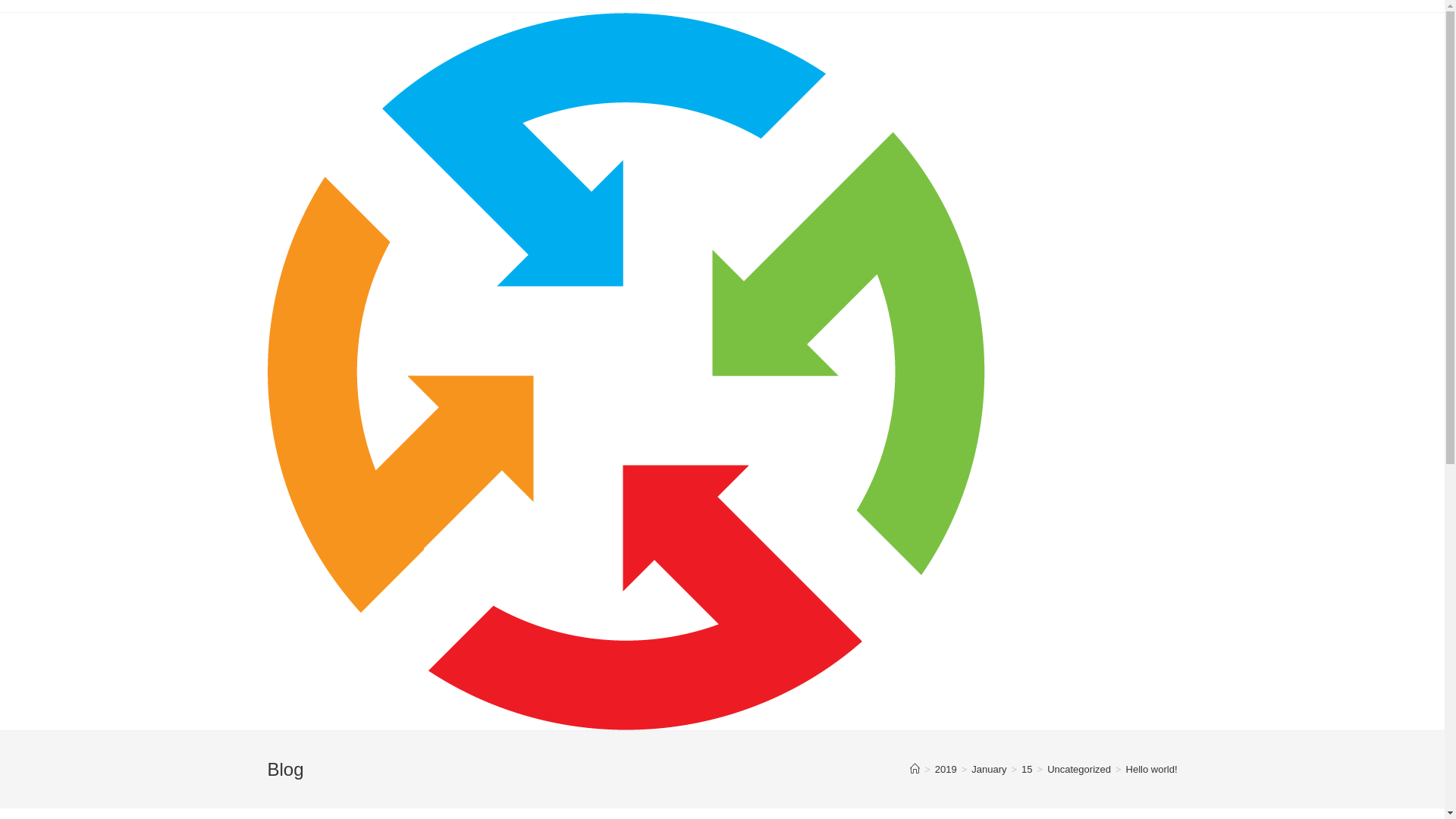  I want to click on 'Hello world!', so click(1125, 769).